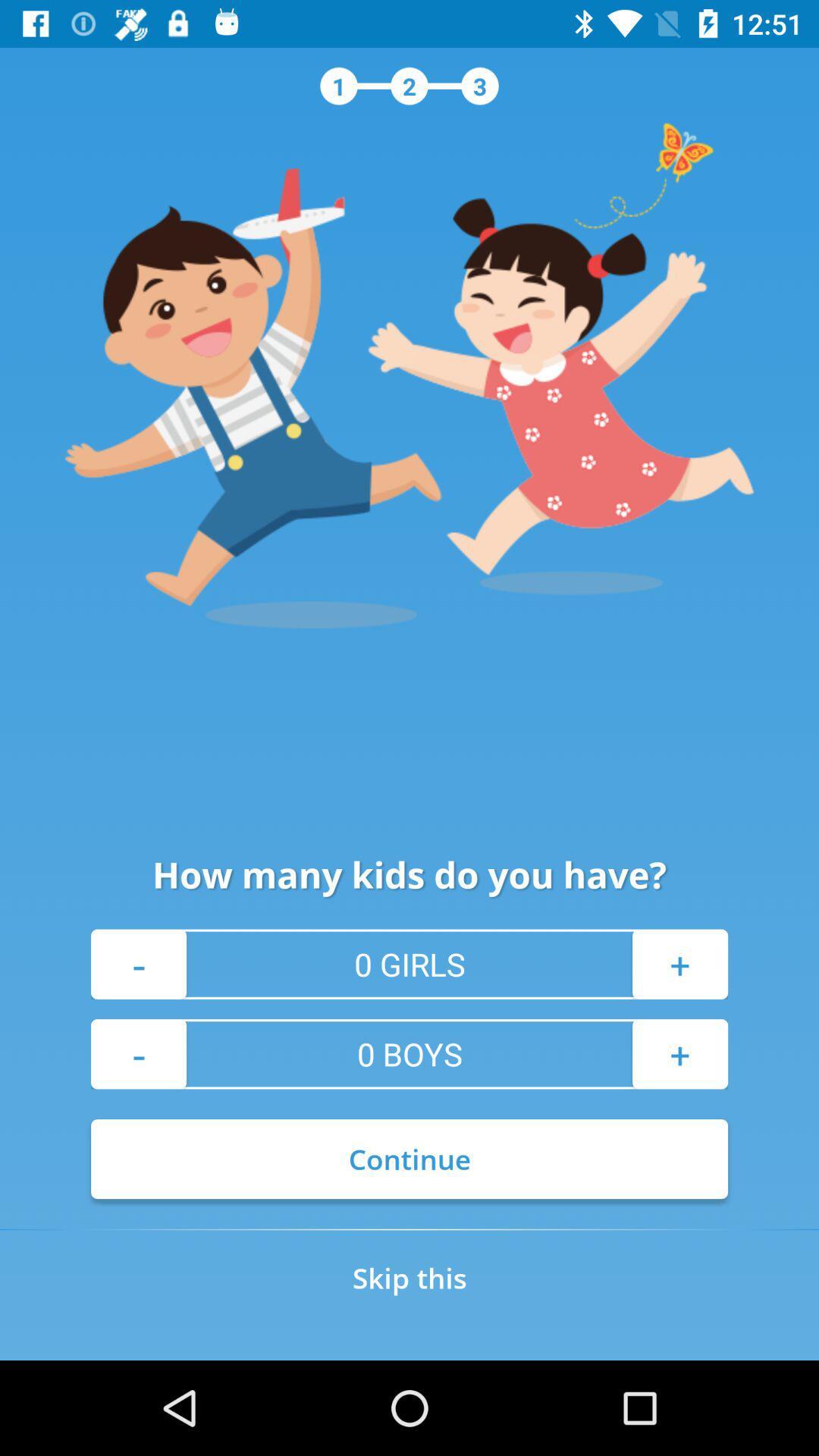 The height and width of the screenshot is (1456, 819). Describe the element at coordinates (679, 1053) in the screenshot. I see `the icon above continue item` at that location.